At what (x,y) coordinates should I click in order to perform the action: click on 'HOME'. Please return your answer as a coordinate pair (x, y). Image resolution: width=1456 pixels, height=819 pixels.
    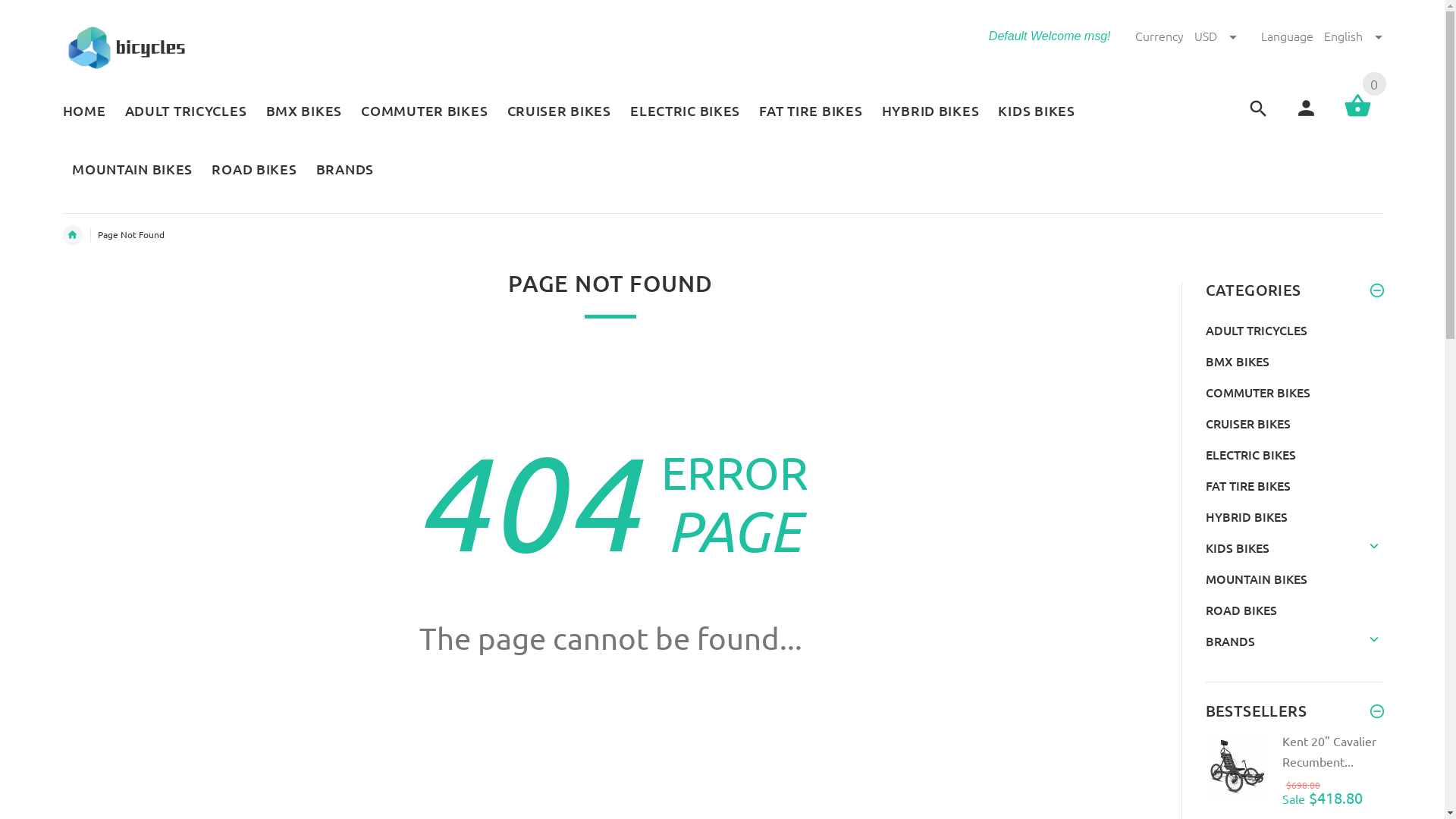
    Looking at the image, I should click on (87, 111).